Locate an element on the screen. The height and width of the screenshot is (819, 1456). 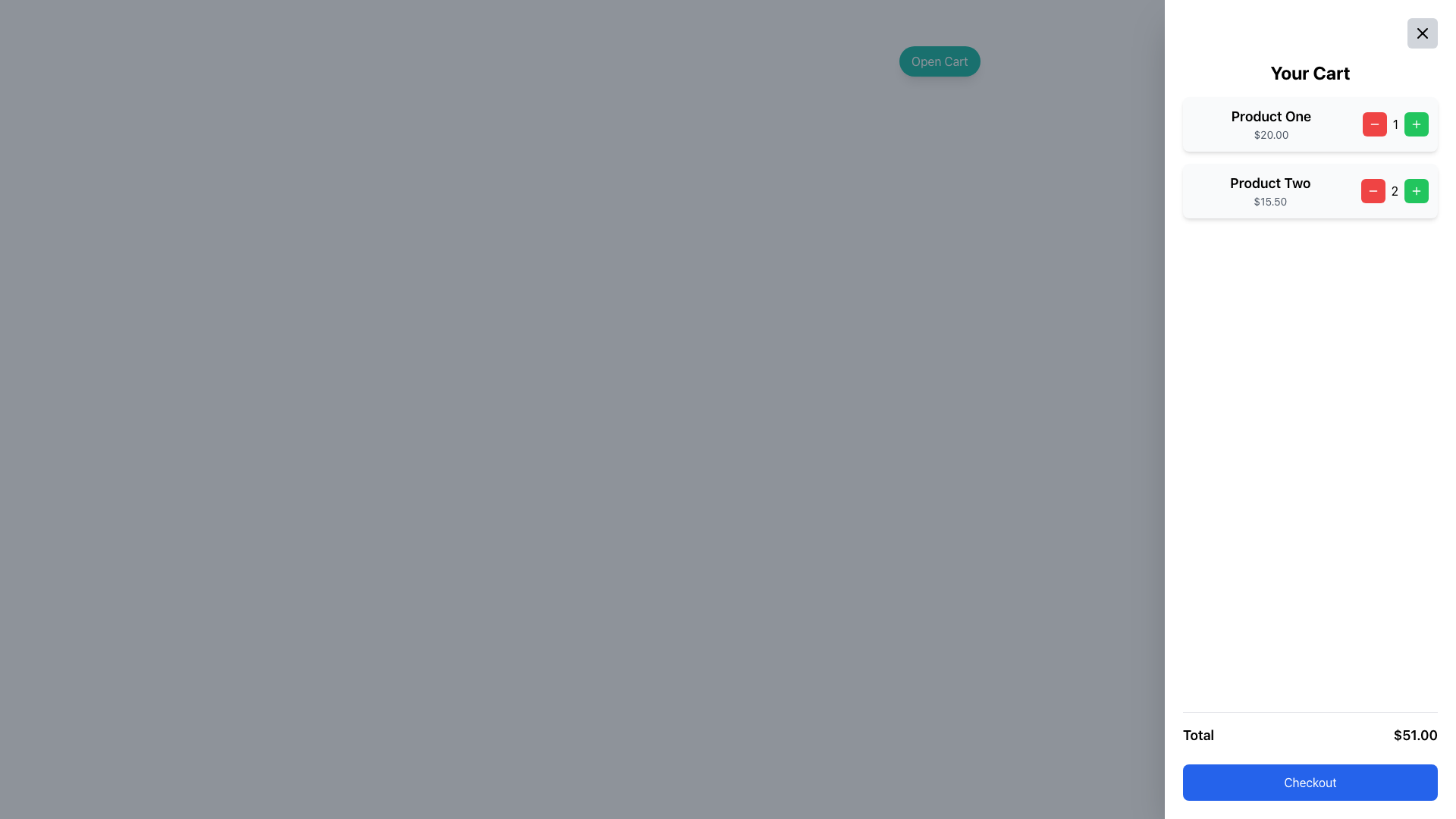
the 'Total' label which displays the total cost in bold font, located at the bottom left of the cart summary panel is located at coordinates (1197, 734).